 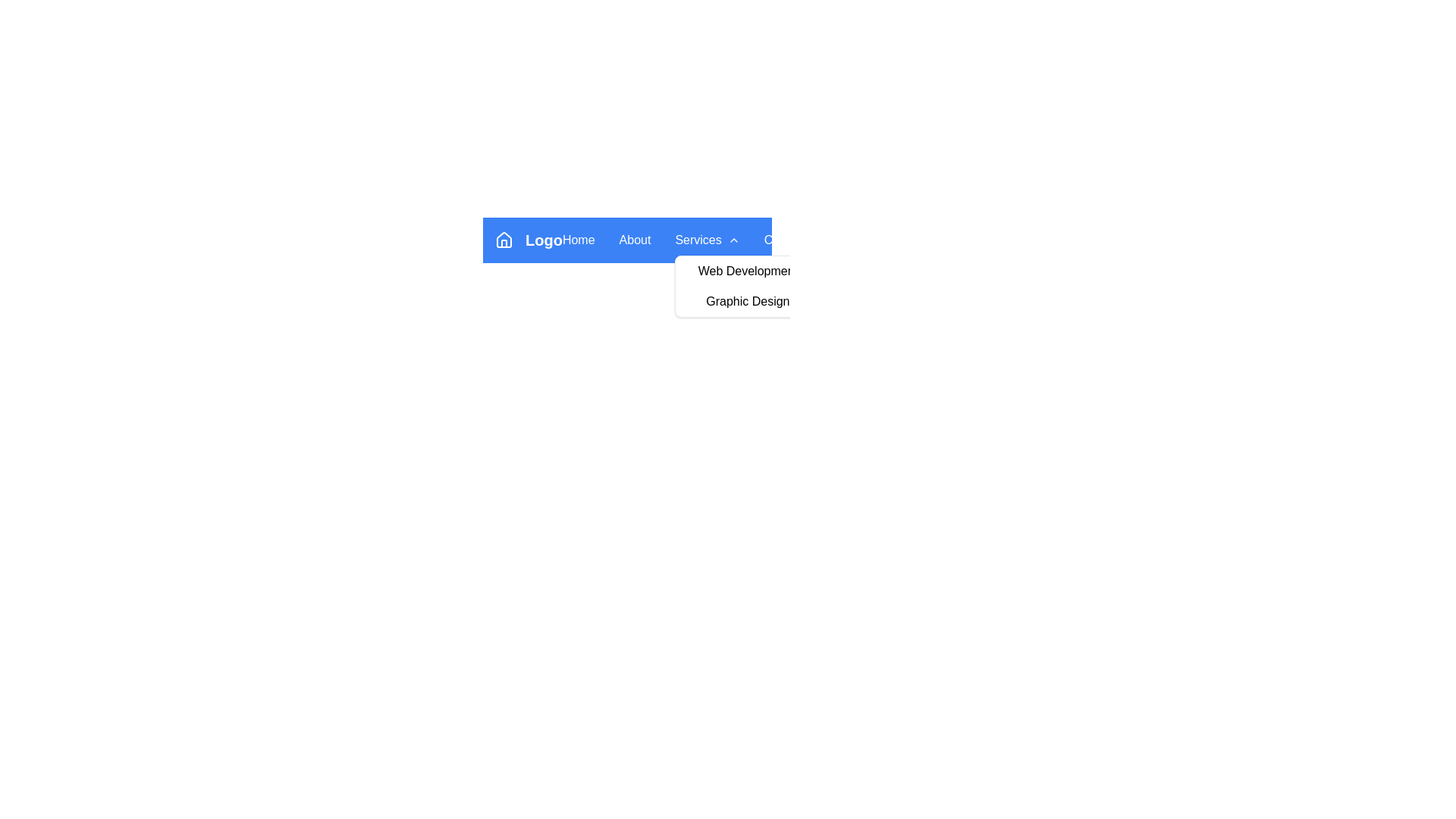 What do you see at coordinates (635, 239) in the screenshot?
I see `'About' hyperlink text which is a white link on a blue background located in the navigation bar, second after 'Home'` at bounding box center [635, 239].